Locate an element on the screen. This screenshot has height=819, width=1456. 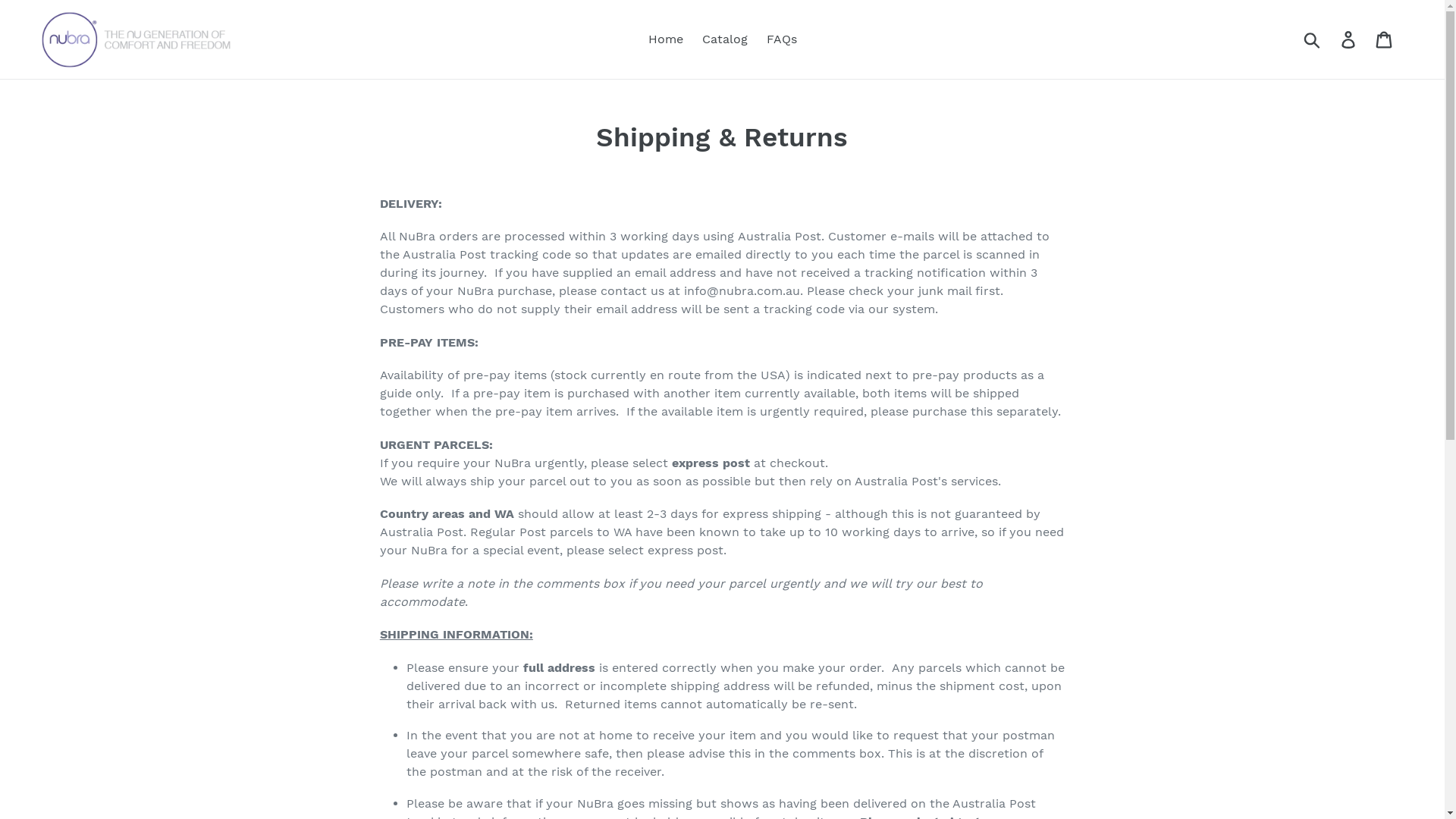
'Home' is located at coordinates (665, 38).